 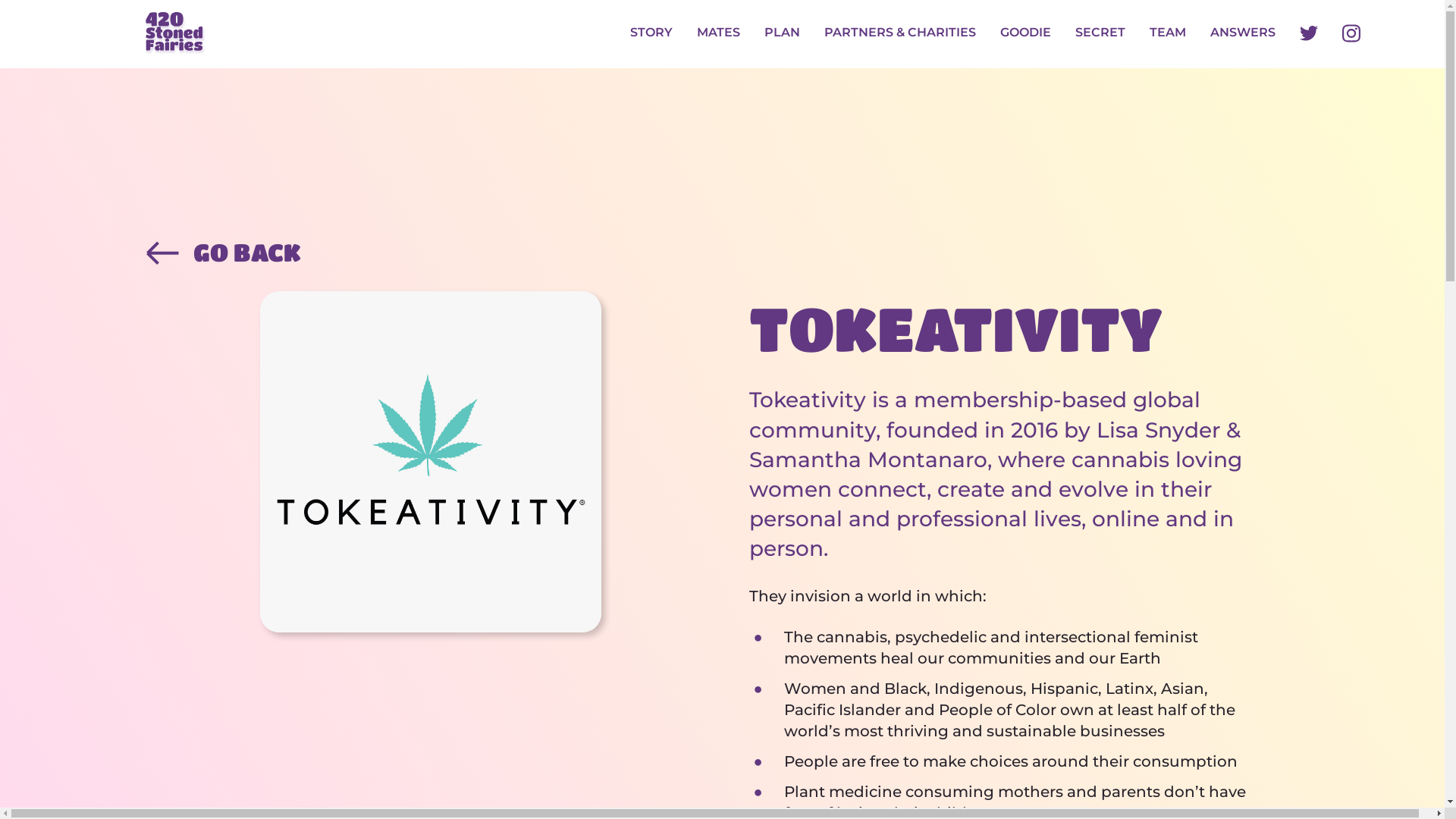 I want to click on 'TEAM', so click(x=1150, y=33).